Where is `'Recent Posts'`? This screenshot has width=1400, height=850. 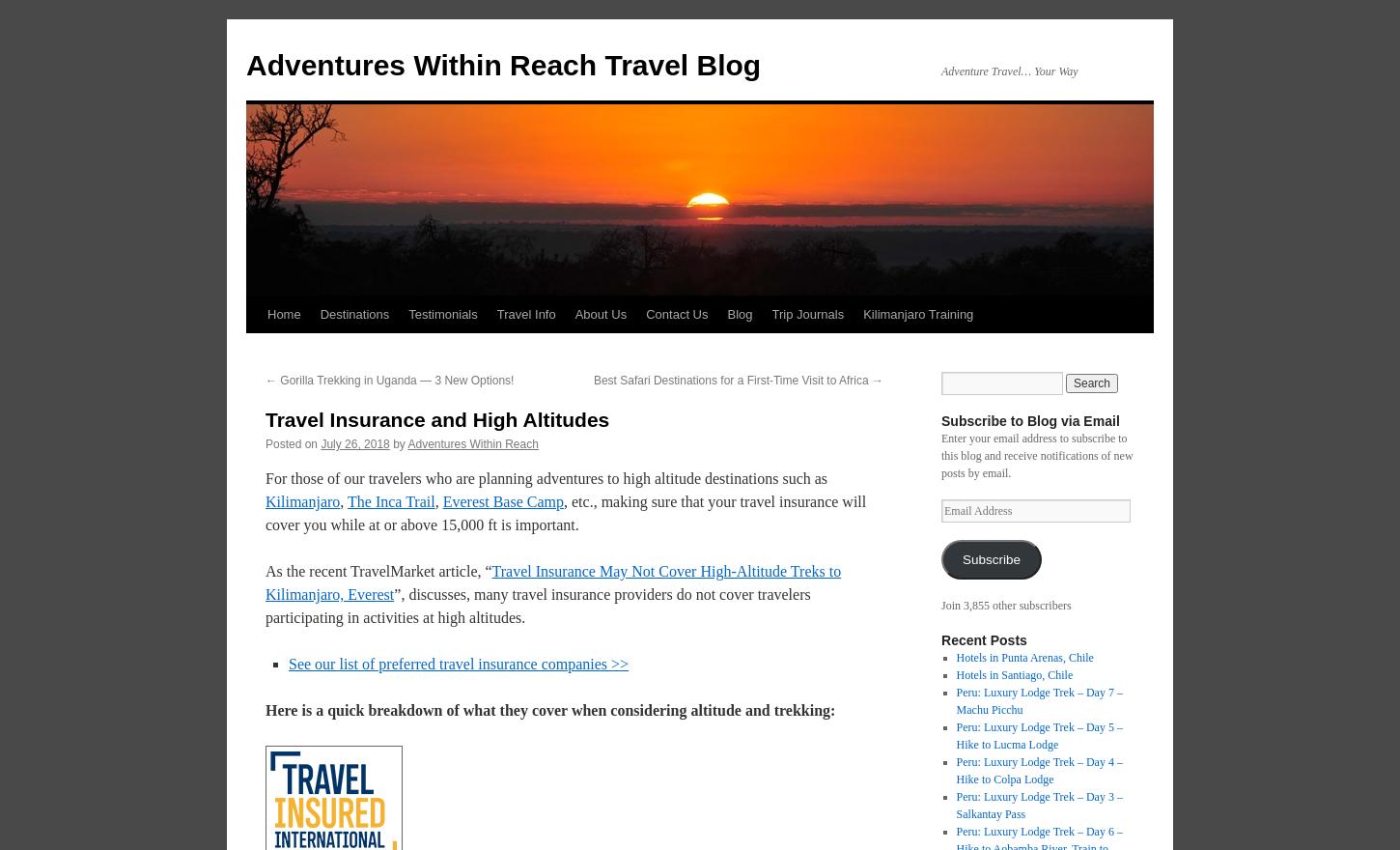 'Recent Posts' is located at coordinates (984, 638).